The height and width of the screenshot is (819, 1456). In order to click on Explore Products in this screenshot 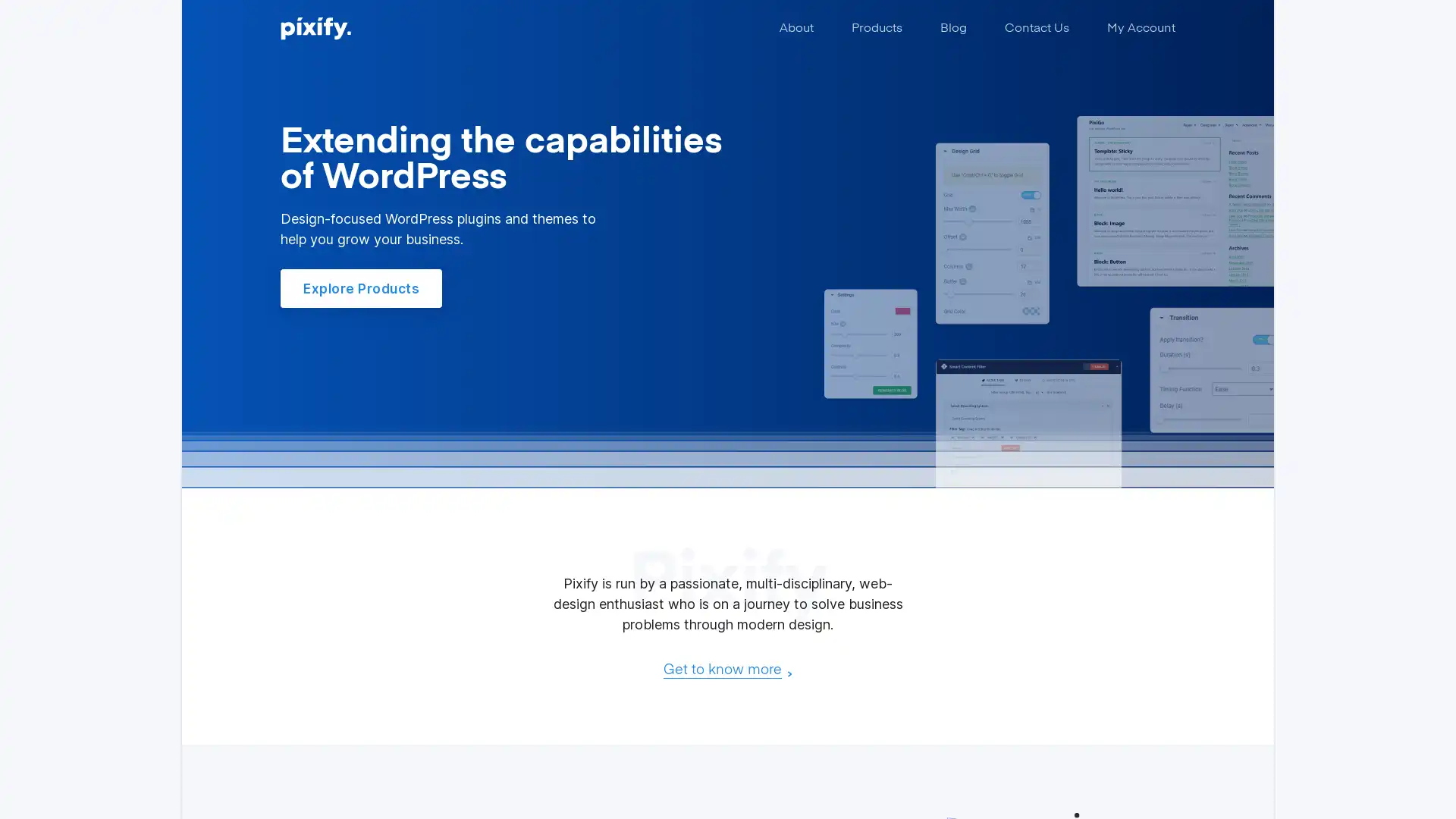, I will do `click(360, 288)`.